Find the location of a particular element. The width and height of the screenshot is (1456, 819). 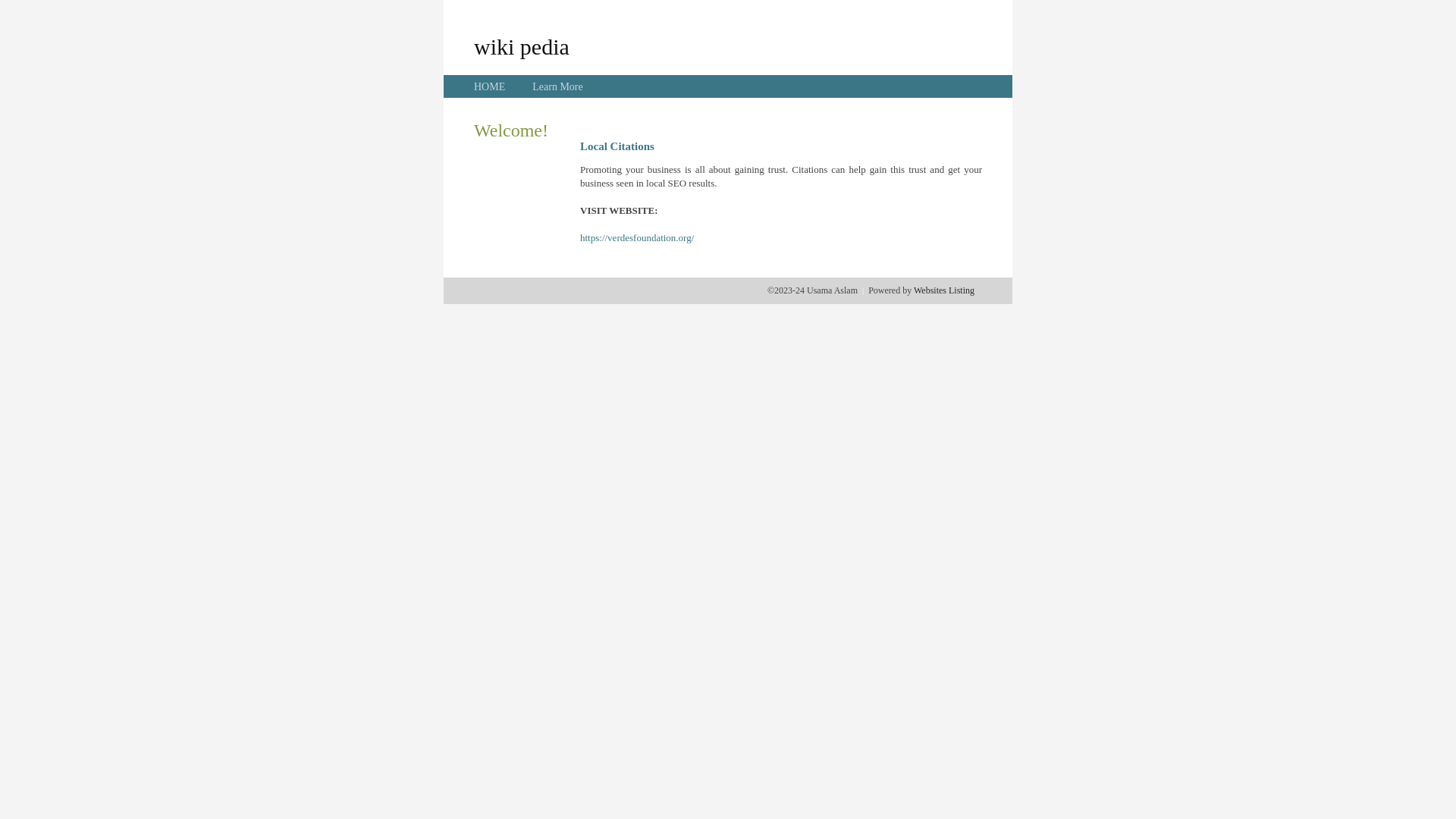

'wiki pedia' is located at coordinates (521, 45).